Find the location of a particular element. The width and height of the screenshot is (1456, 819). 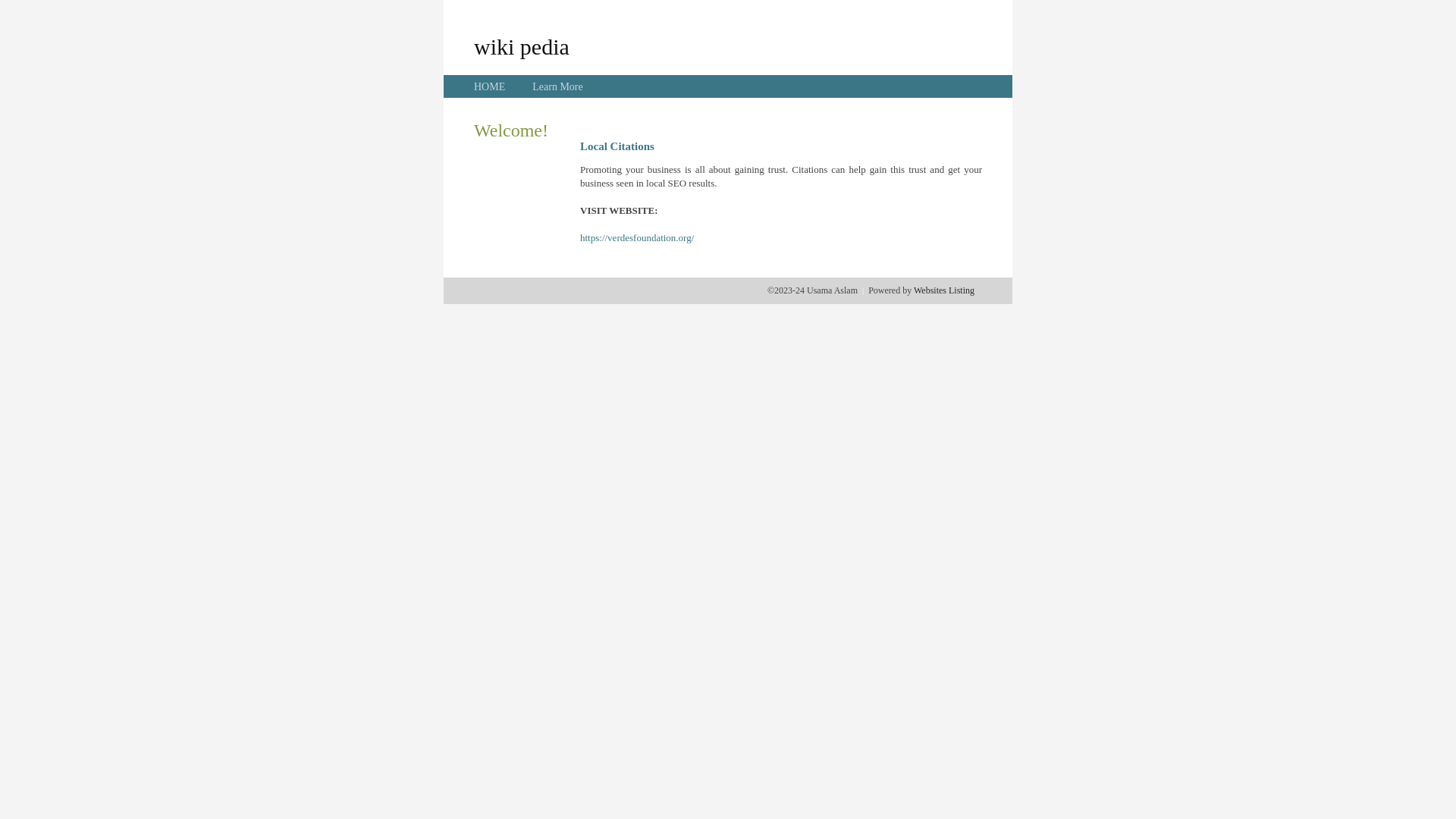

'wiki pedia' is located at coordinates (521, 45).